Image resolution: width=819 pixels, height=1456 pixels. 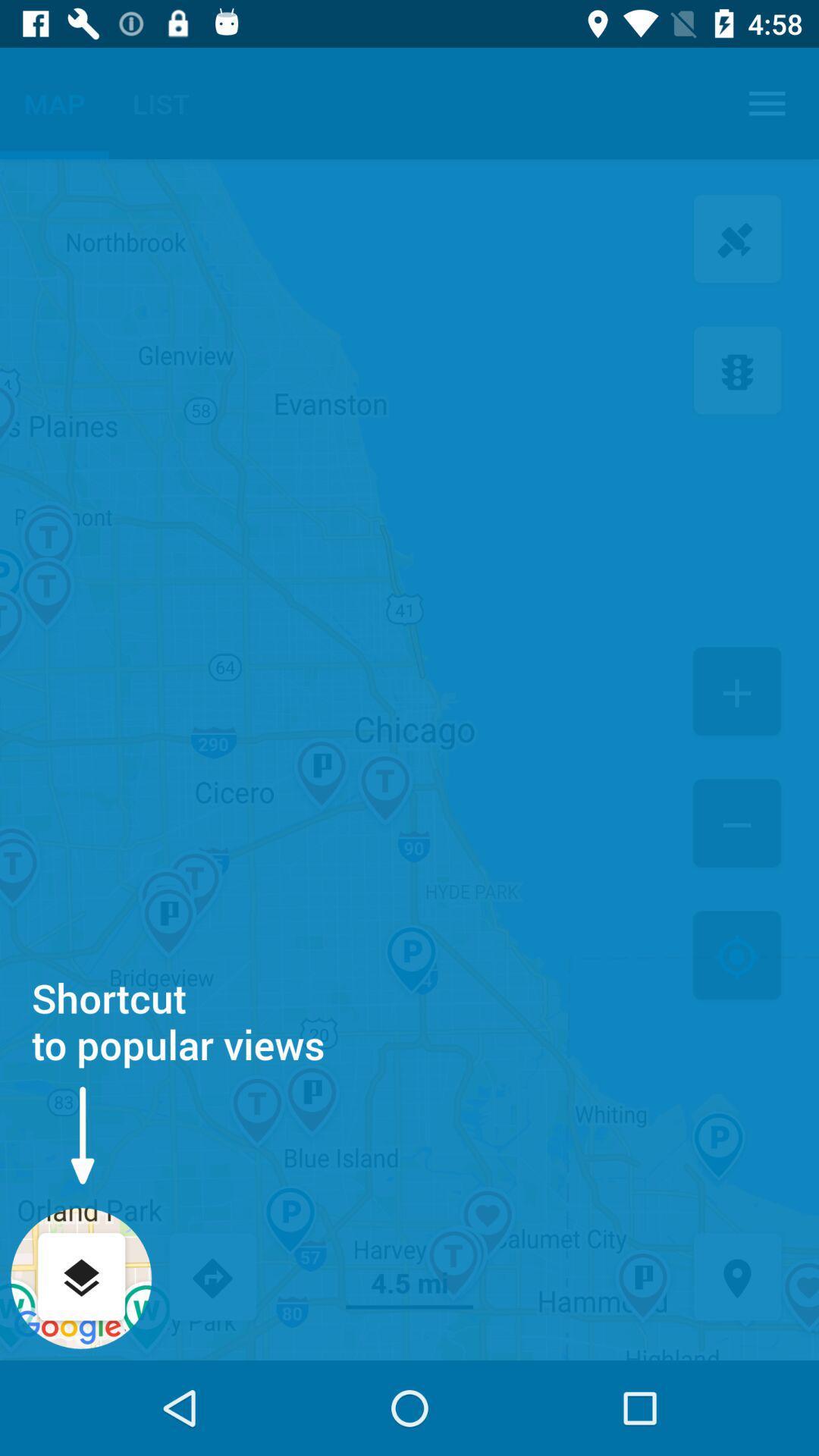 I want to click on the icon next to the 4.5 mi icon, so click(x=736, y=1278).